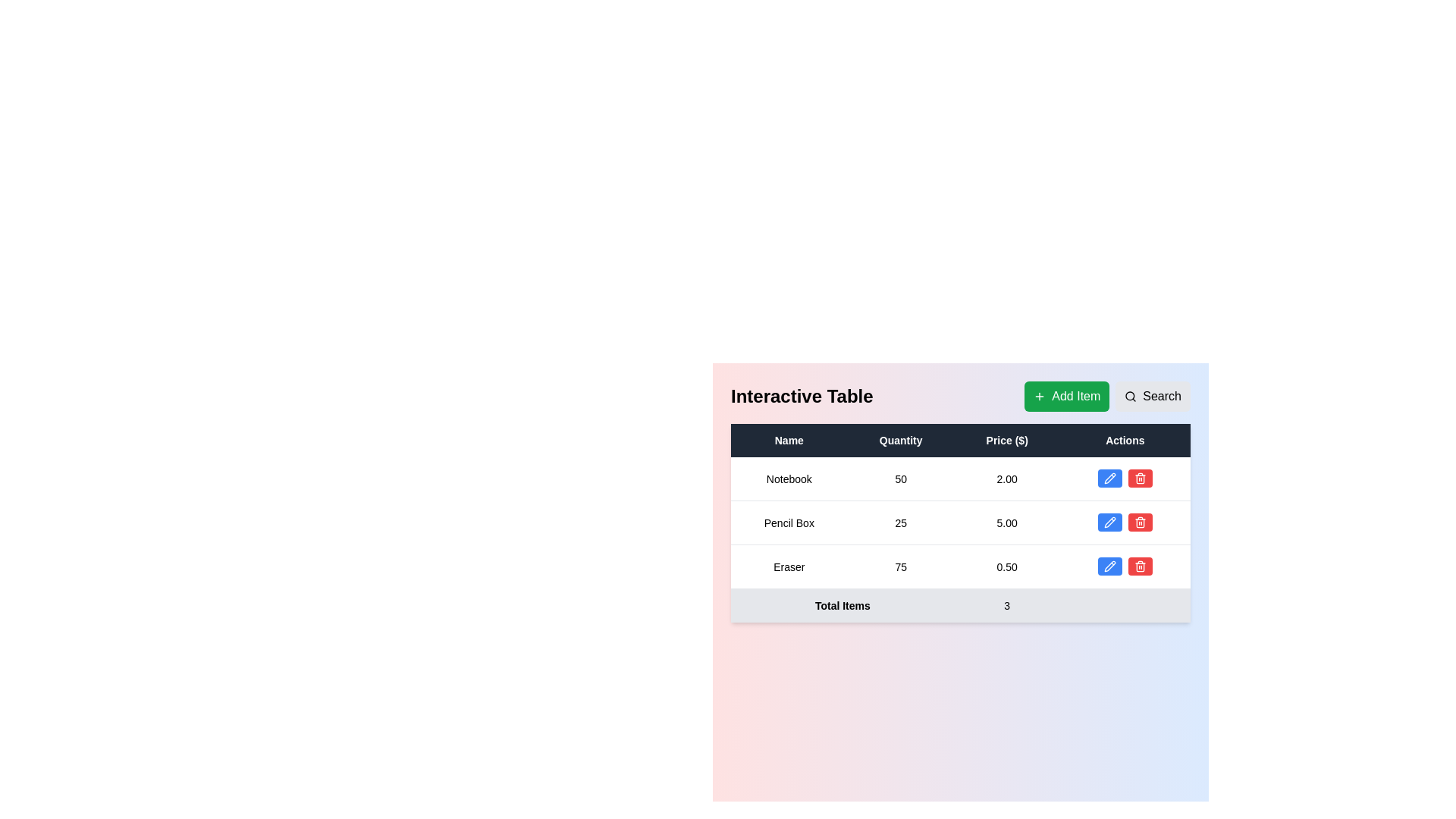  What do you see at coordinates (1109, 522) in the screenshot?
I see `the pencil icon button in the 'Actions' column of the second row of the 'Interactive Table'` at bounding box center [1109, 522].